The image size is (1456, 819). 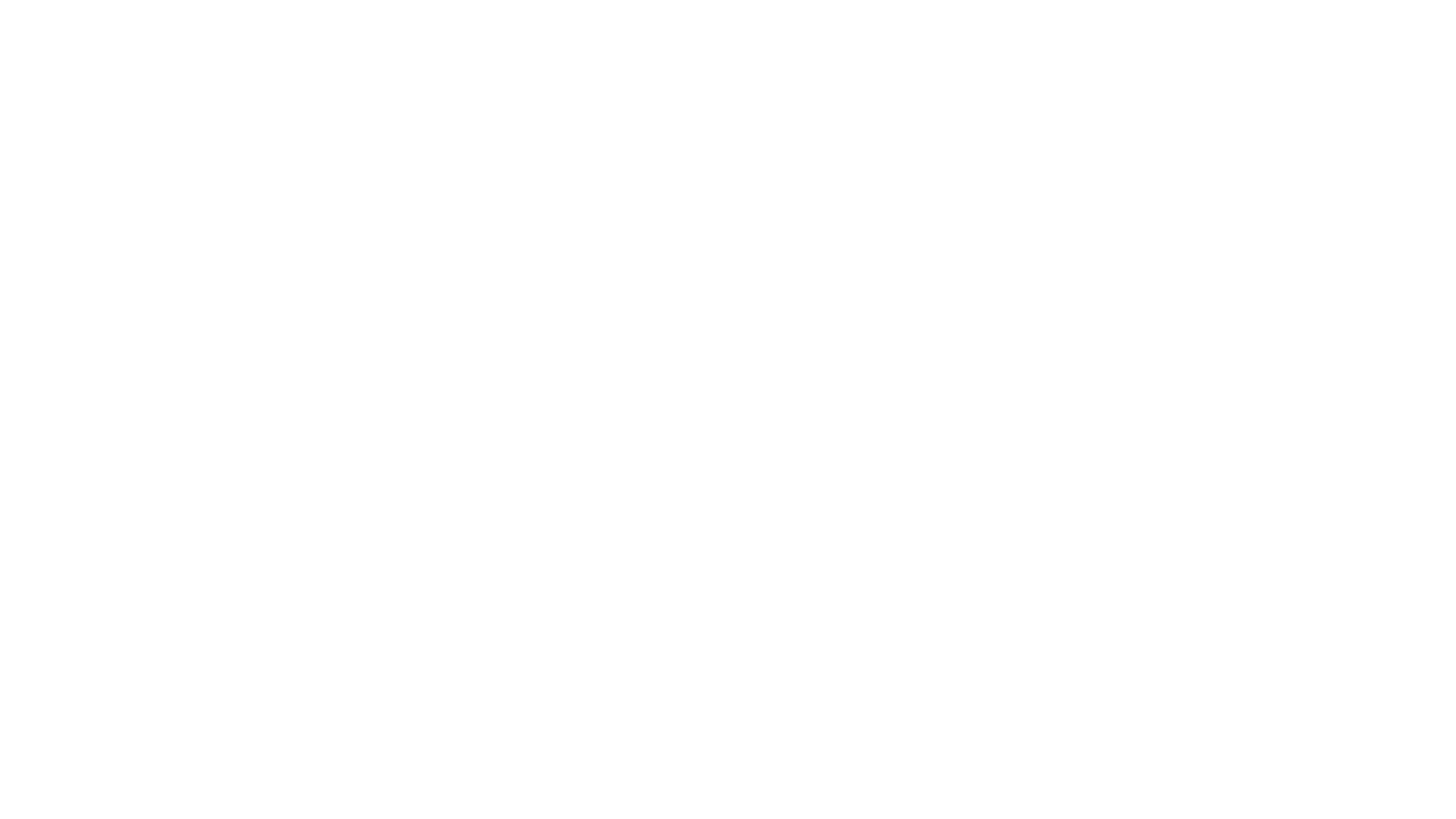 What do you see at coordinates (1077, 275) in the screenshot?
I see `Search` at bounding box center [1077, 275].